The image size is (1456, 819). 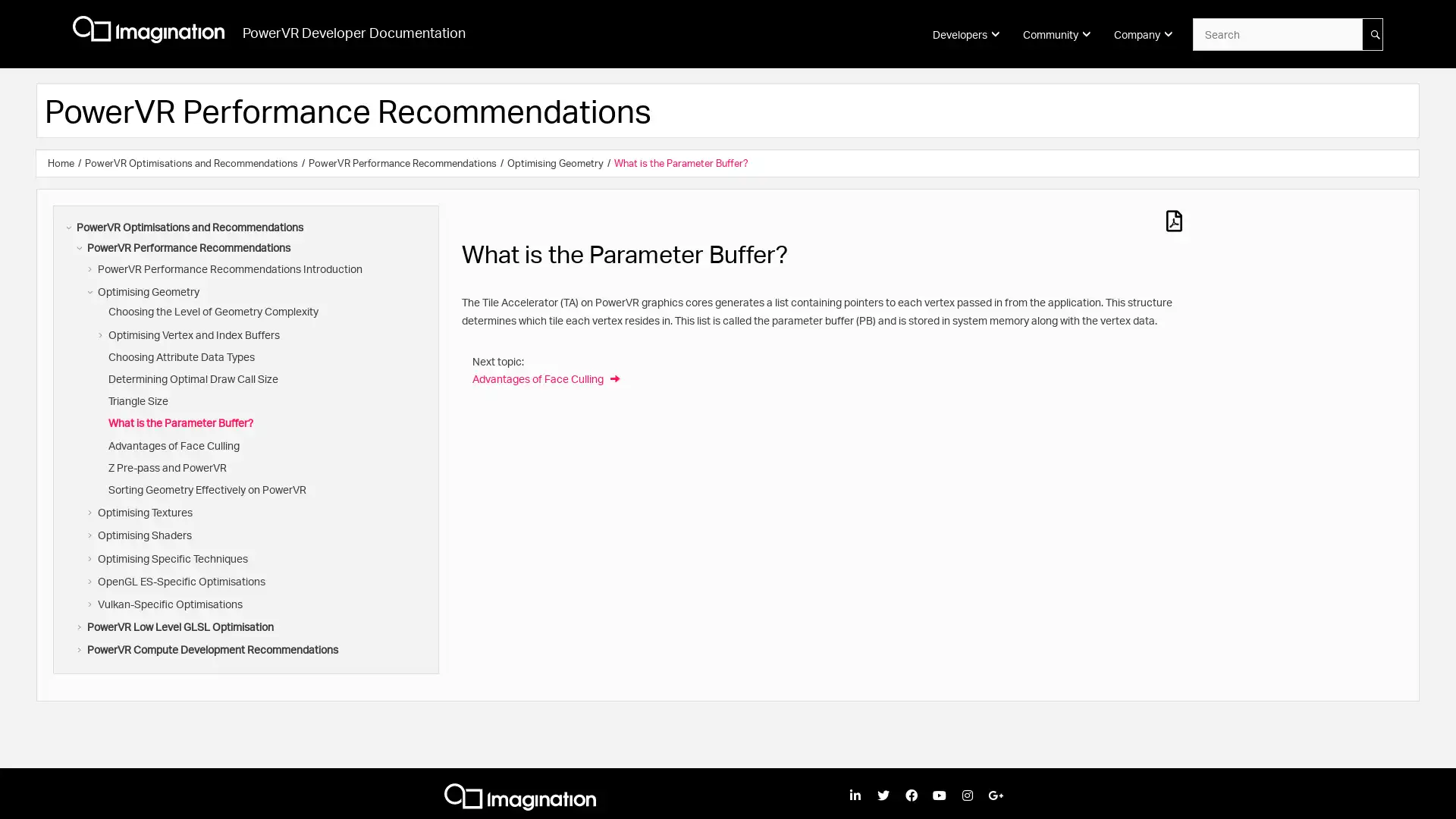 What do you see at coordinates (80, 247) in the screenshot?
I see `Collapse PowerVR Performance Recommendations` at bounding box center [80, 247].